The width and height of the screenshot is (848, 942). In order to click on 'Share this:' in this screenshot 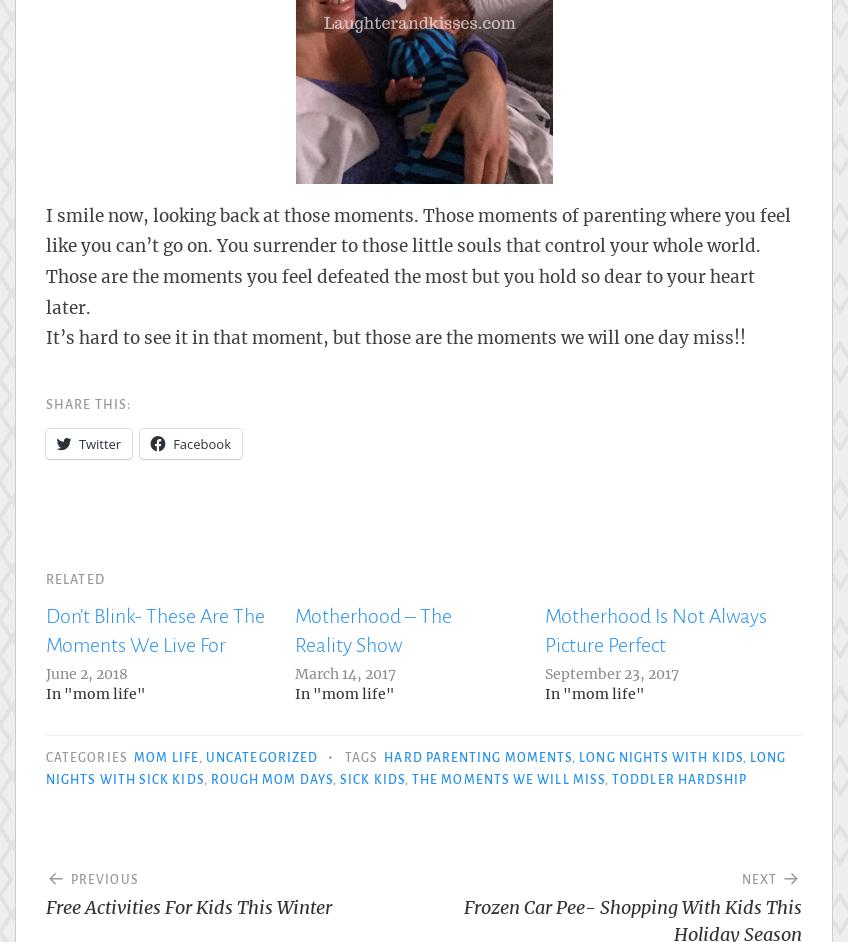, I will do `click(44, 404)`.